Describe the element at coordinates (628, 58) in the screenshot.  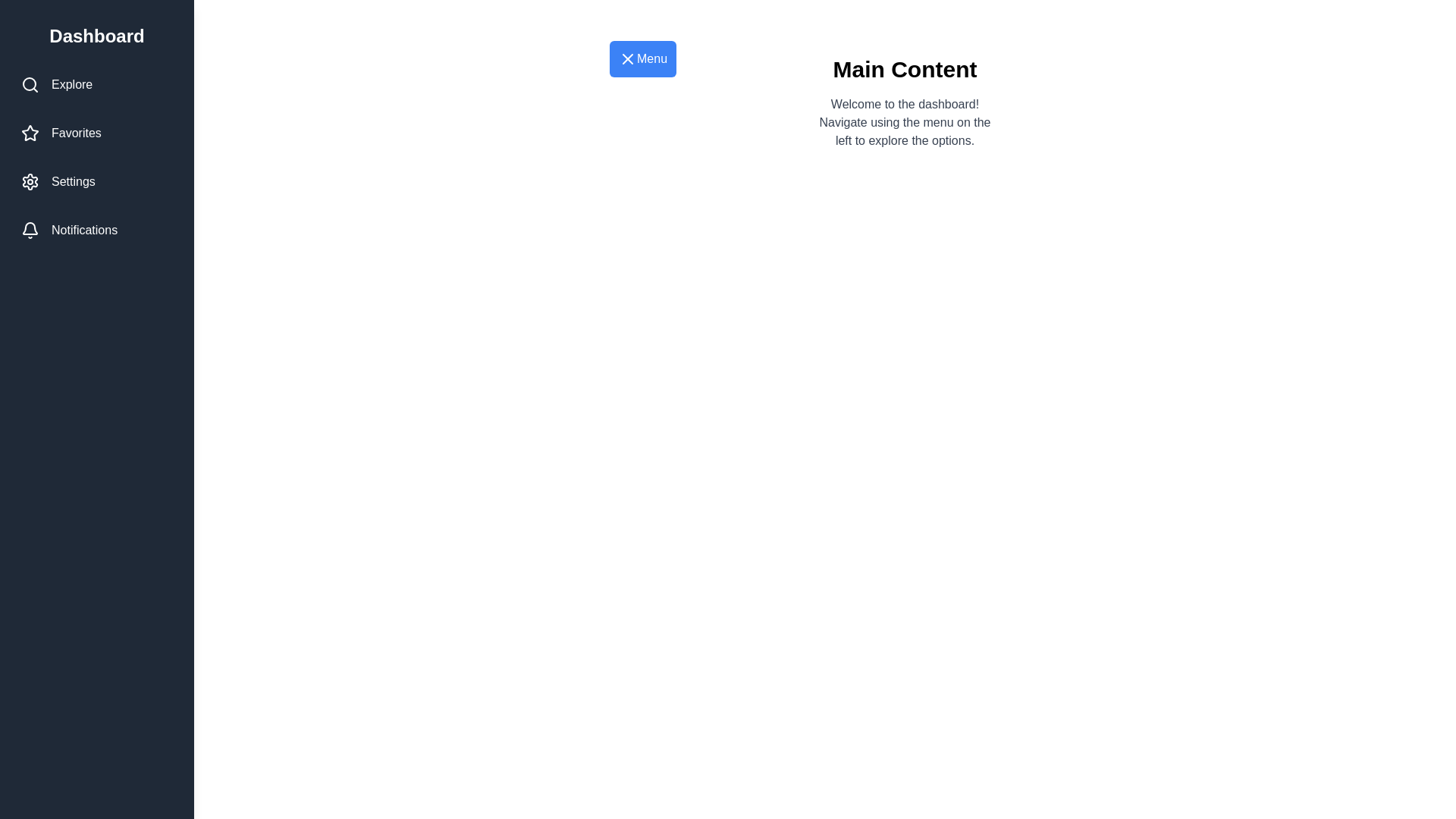
I see `the diagonal cross icon, which is a minimalist X-shape with a bold outline, located within a blue button next to the 'Menu' text` at that location.